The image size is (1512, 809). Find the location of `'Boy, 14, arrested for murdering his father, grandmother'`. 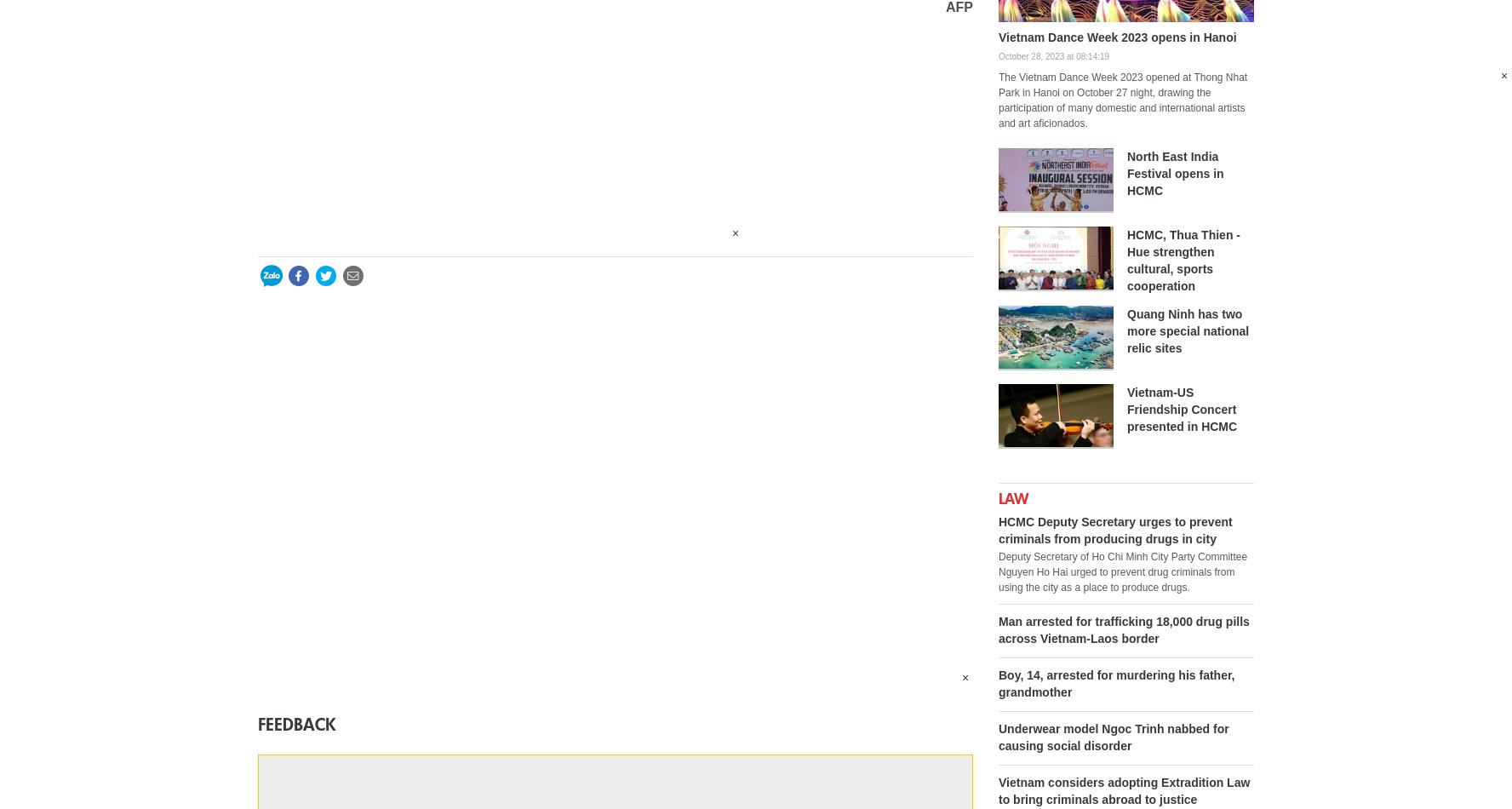

'Boy, 14, arrested for murdering his father, grandmother' is located at coordinates (1116, 681).